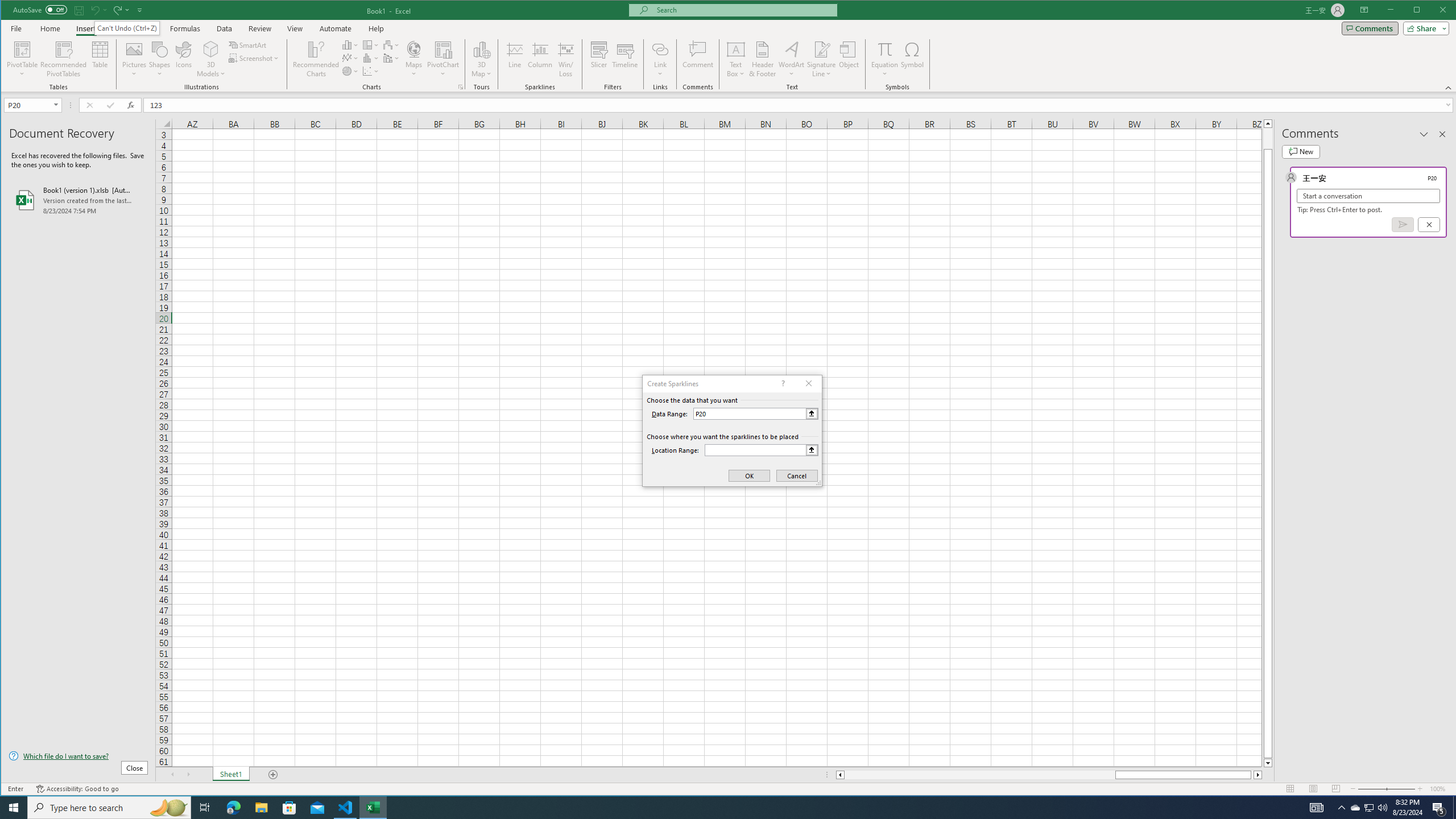 This screenshot has height=819, width=1456. I want to click on 'Table', so click(100, 59).